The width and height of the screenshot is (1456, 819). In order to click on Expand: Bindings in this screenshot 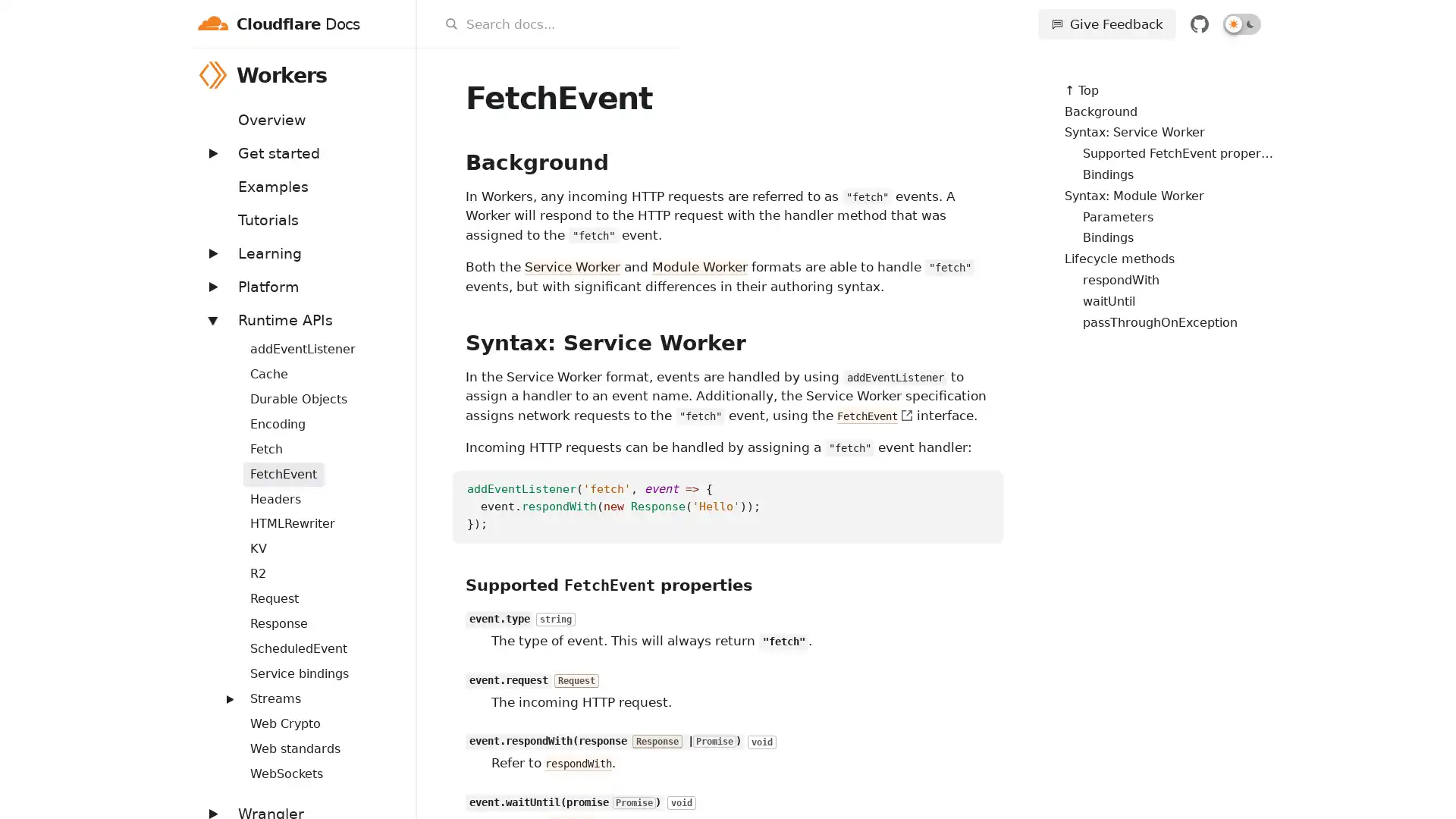, I will do `click(221, 339)`.